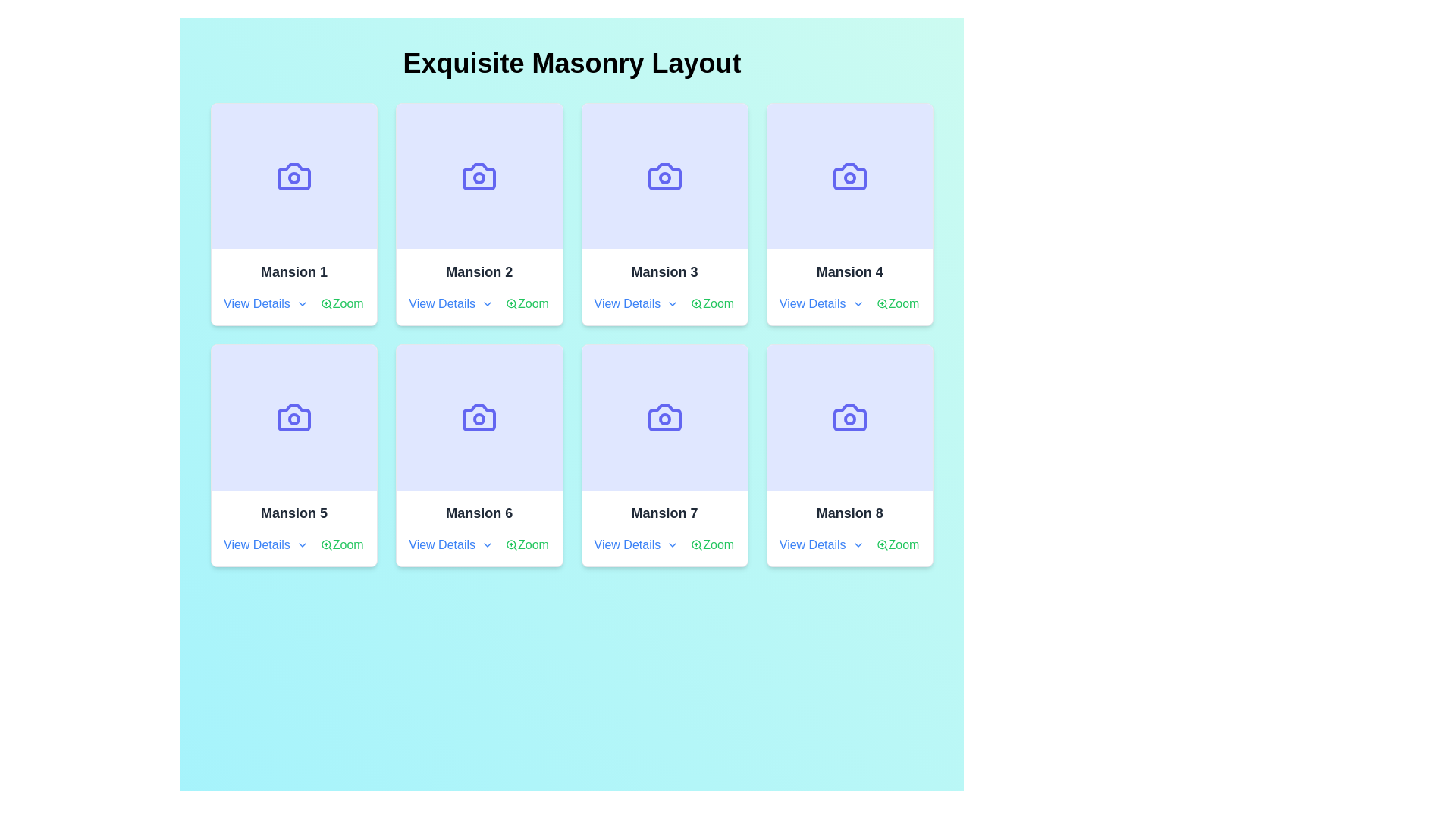  What do you see at coordinates (897, 544) in the screenshot?
I see `the interactive link with an icon located in the bottom-right corner of the last card (Mansion 8)` at bounding box center [897, 544].